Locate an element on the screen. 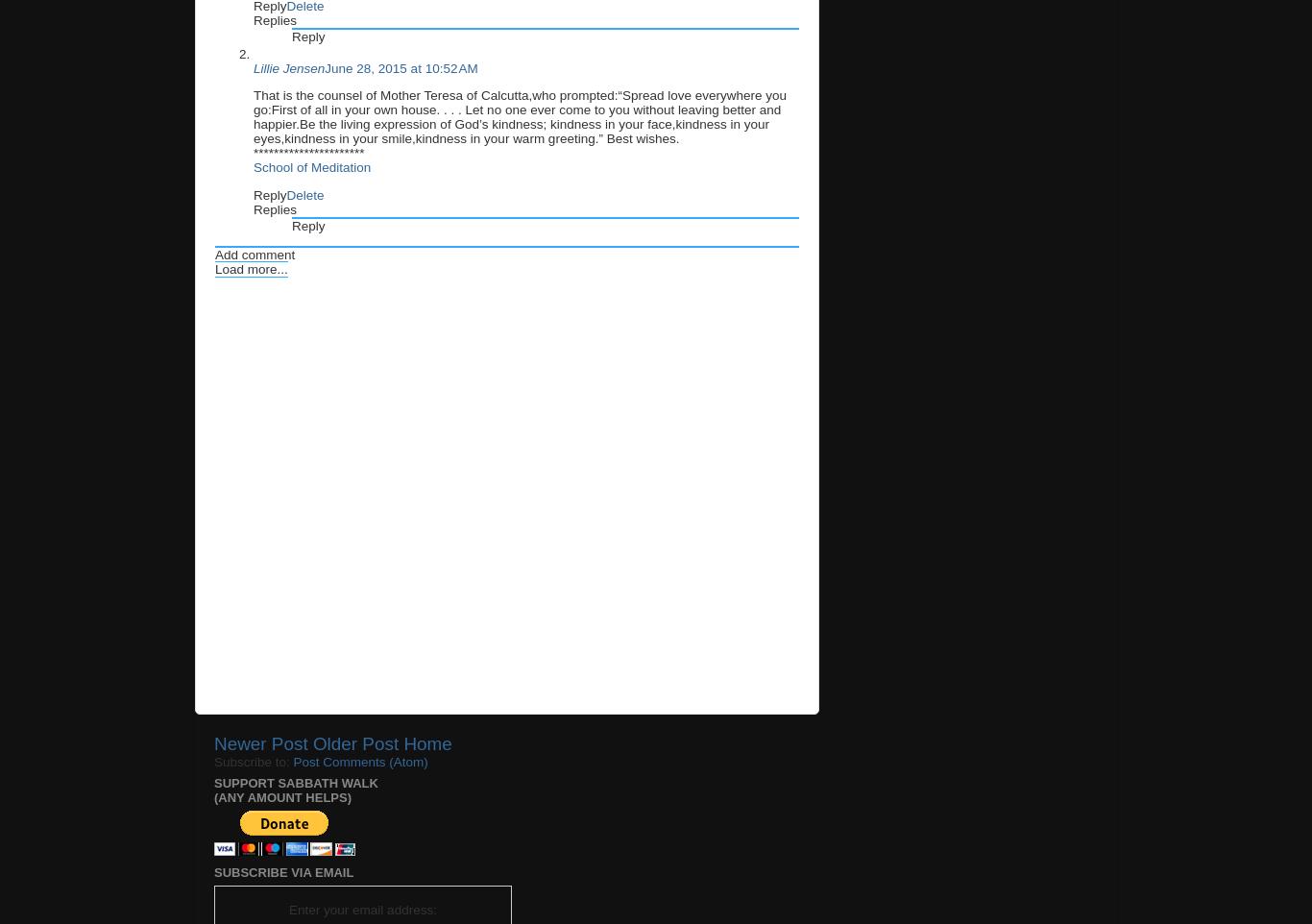 This screenshot has height=924, width=1312. 'That is the counsel of Mother Teresa of Calcutta,who prompted:“Spread love everywhere you go:First of all in your own house. . . . Let no one ever come to you without leaving better and happier.Be the living expression of God’s kindness; kindness in your face,kindness in your eyes,kindness in your smile,kindness in your warm greeting.” Best wishes.' is located at coordinates (520, 115).